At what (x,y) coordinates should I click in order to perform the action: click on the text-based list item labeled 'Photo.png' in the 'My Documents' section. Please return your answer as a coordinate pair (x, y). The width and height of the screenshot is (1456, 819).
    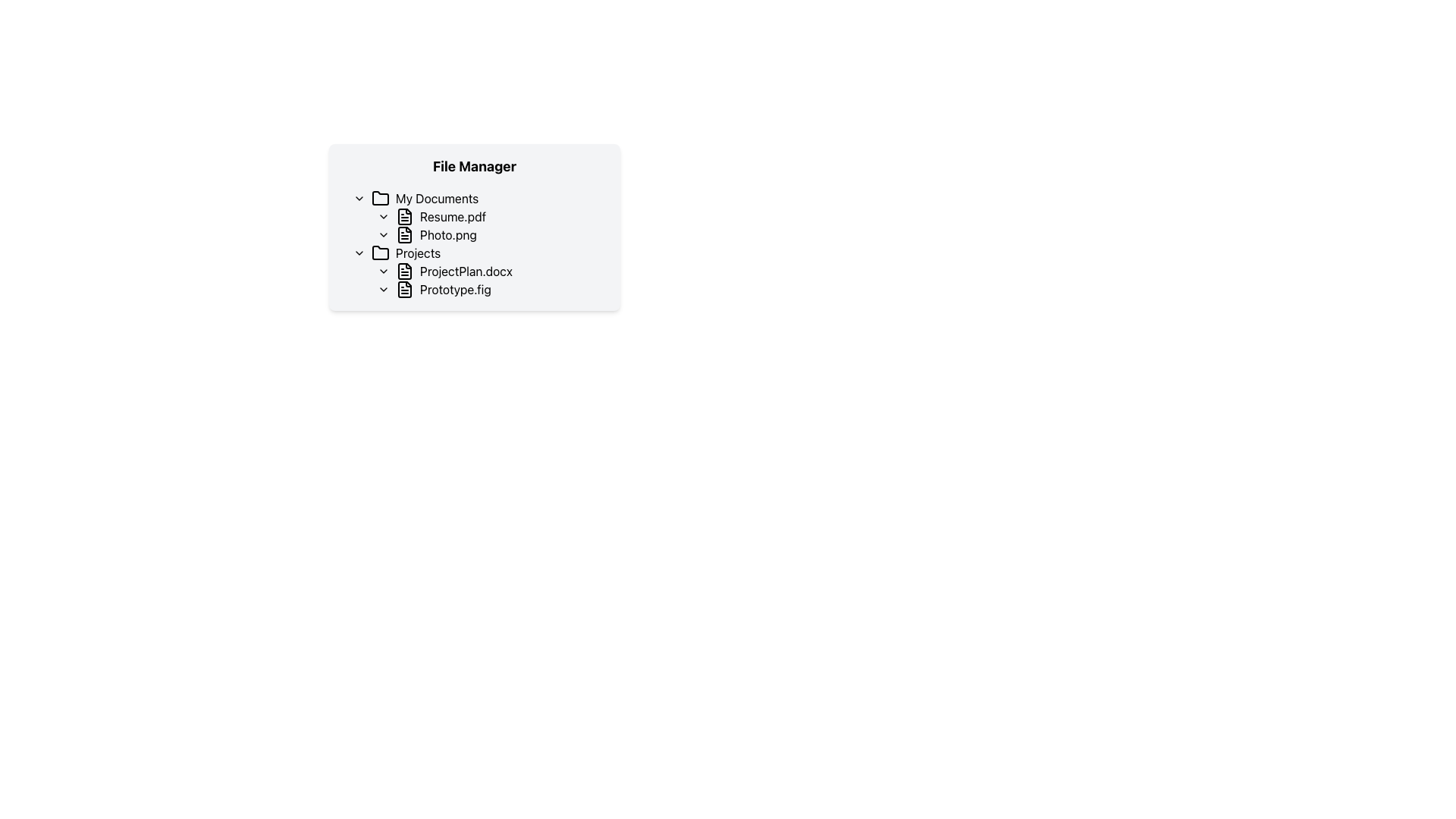
    Looking at the image, I should click on (473, 227).